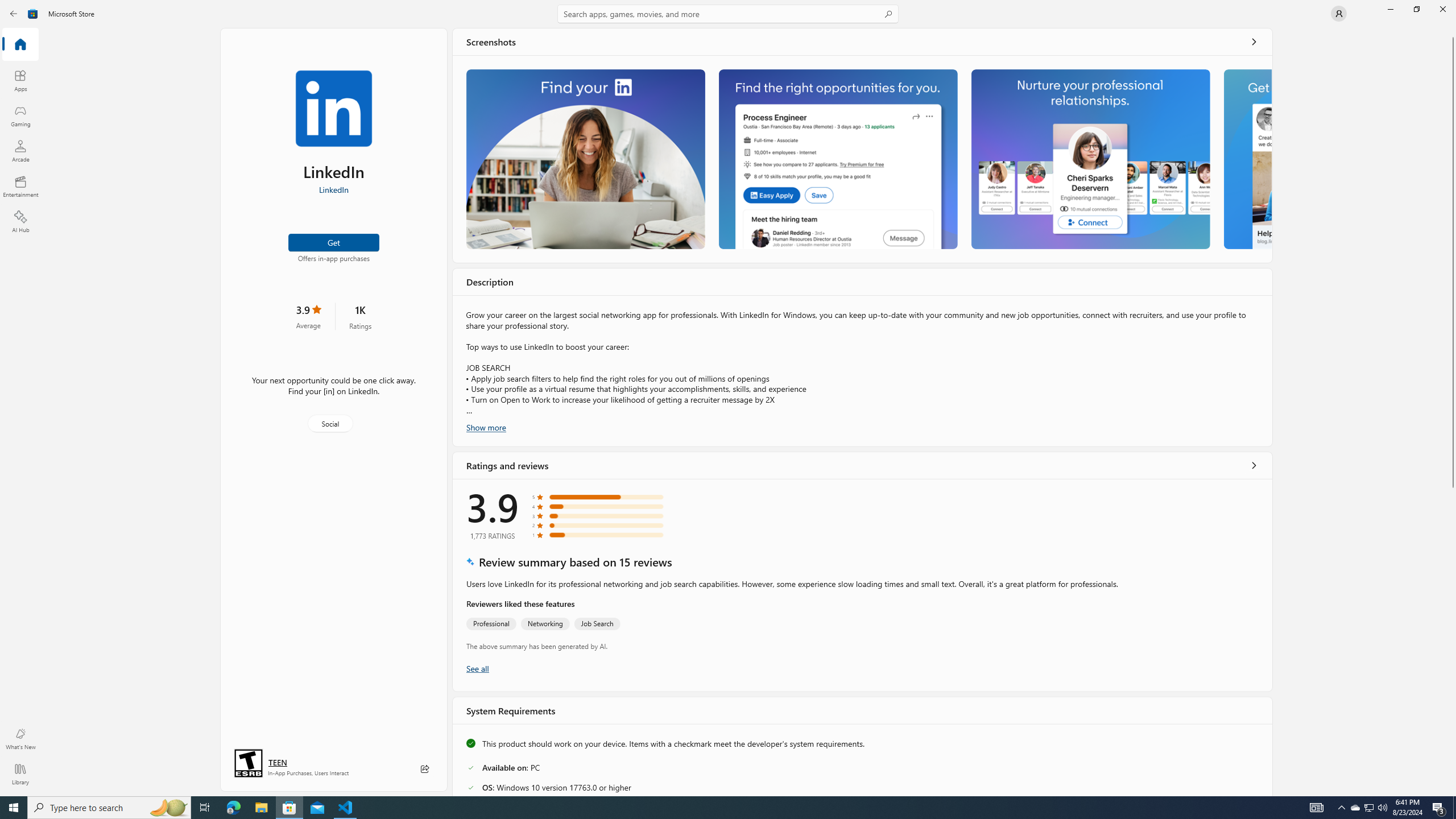 The width and height of the screenshot is (1456, 819). What do you see at coordinates (14, 13) in the screenshot?
I see `'Back'` at bounding box center [14, 13].